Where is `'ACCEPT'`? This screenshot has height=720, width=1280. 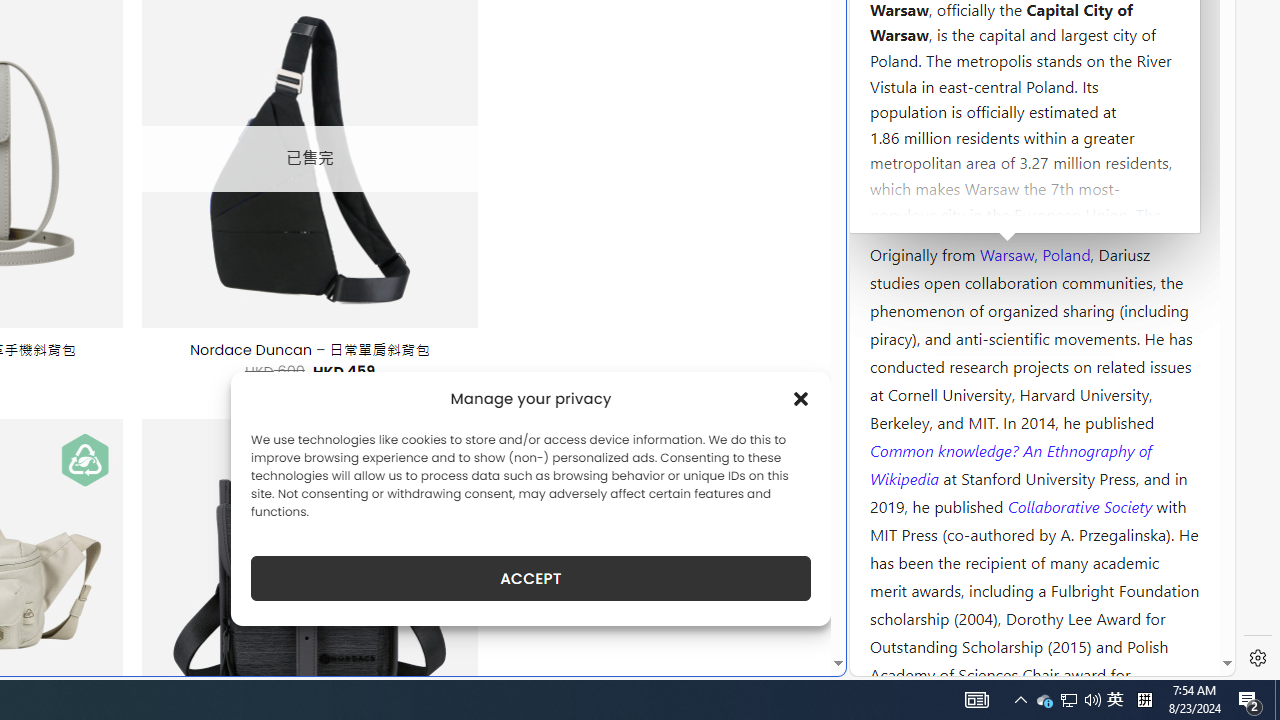 'ACCEPT' is located at coordinates (531, 578).